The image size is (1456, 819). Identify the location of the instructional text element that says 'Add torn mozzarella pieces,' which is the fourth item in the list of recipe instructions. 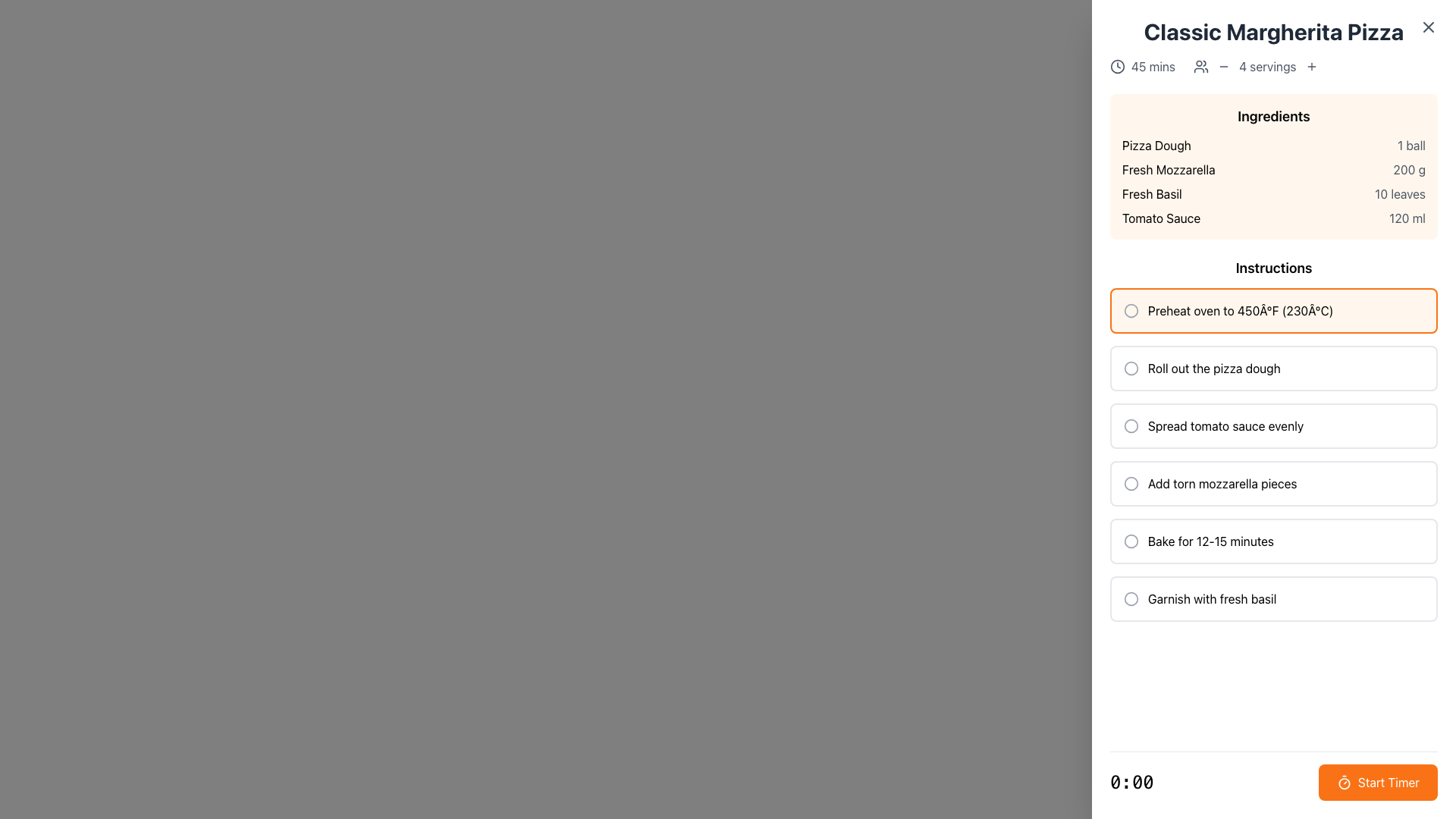
(1222, 483).